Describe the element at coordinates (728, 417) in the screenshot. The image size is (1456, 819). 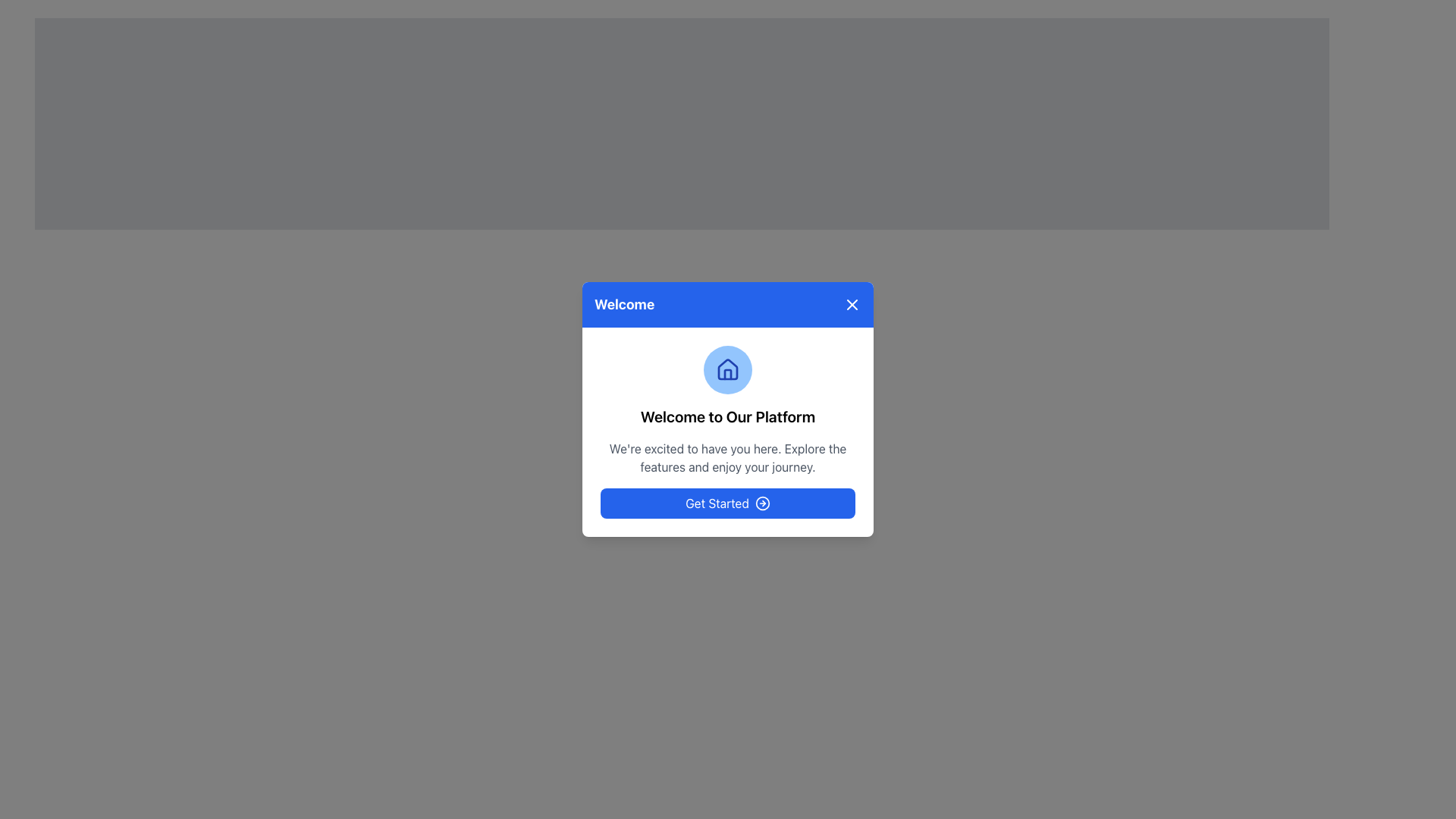
I see `the text element displaying 'Welcome to Our Platform', which is styled in a larger, bold font and is positioned centrally within the dialog box, above a paragraph and below an icon` at that location.